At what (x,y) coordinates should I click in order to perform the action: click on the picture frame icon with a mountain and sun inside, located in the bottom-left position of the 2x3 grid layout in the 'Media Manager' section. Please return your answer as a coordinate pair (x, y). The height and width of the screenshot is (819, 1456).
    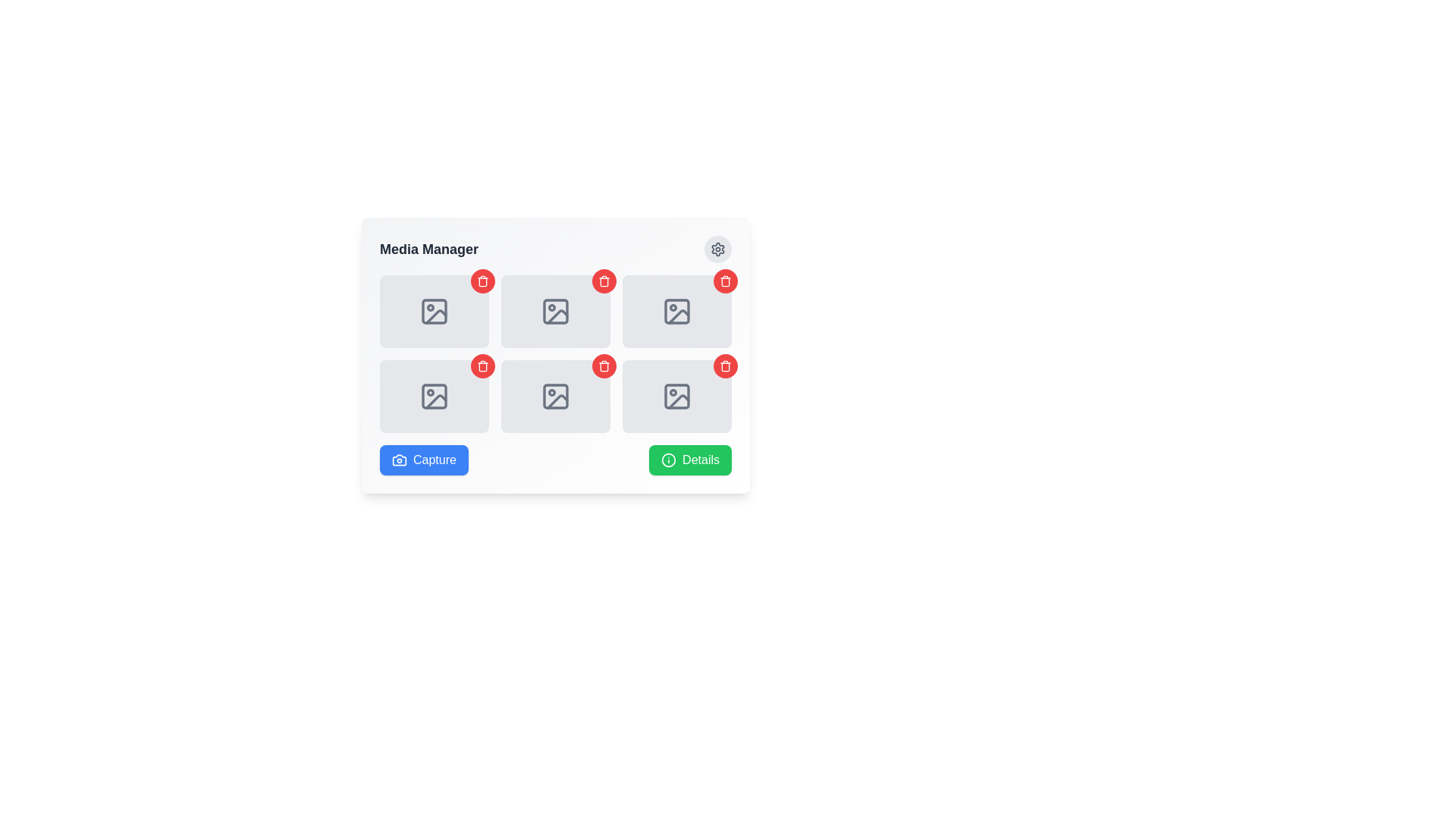
    Looking at the image, I should click on (433, 396).